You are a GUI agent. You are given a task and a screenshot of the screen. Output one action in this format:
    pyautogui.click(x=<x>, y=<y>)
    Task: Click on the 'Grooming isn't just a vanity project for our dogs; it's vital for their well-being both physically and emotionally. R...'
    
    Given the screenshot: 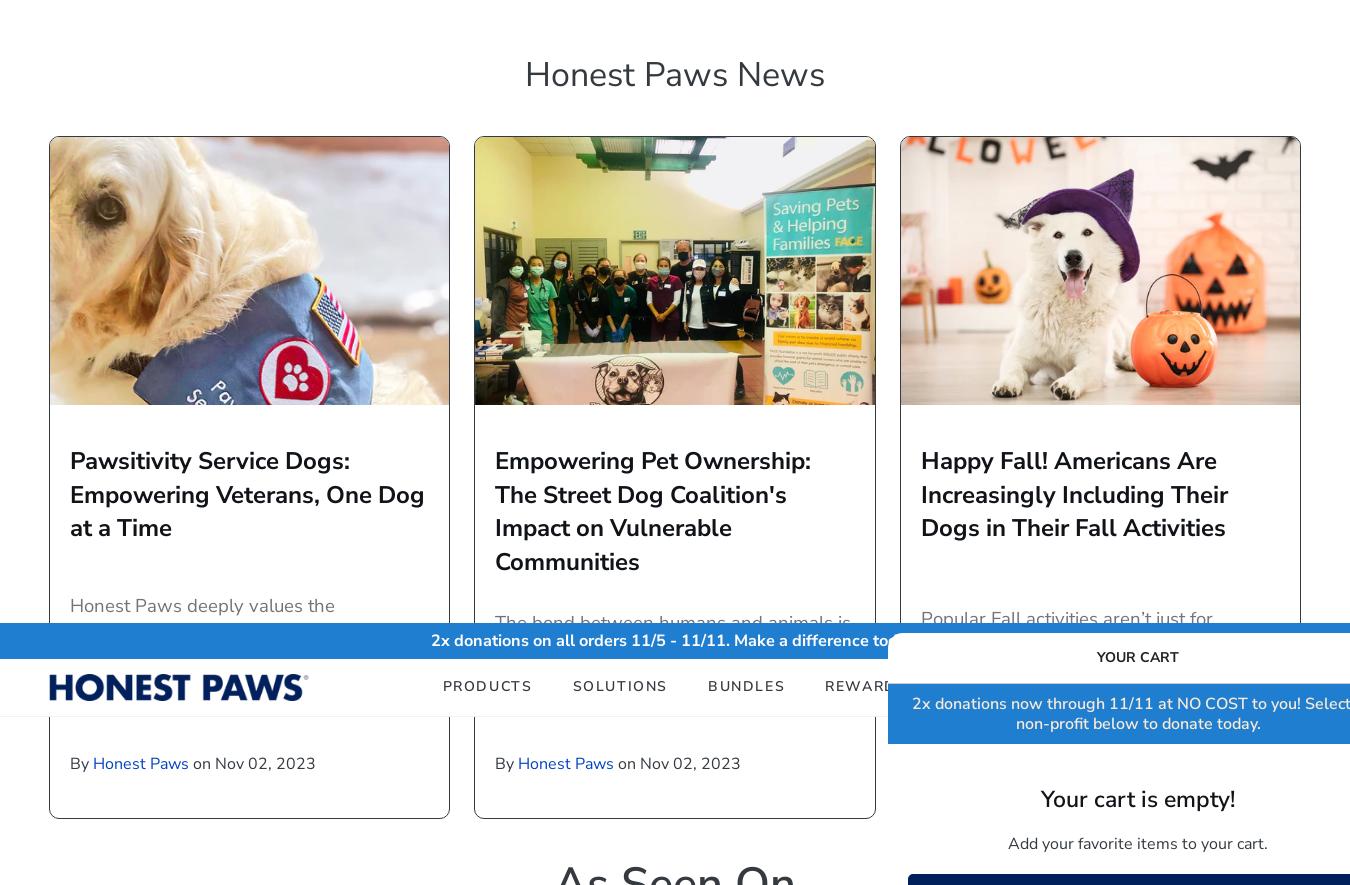 What is the action you would take?
    pyautogui.click(x=1098, y=110)
    